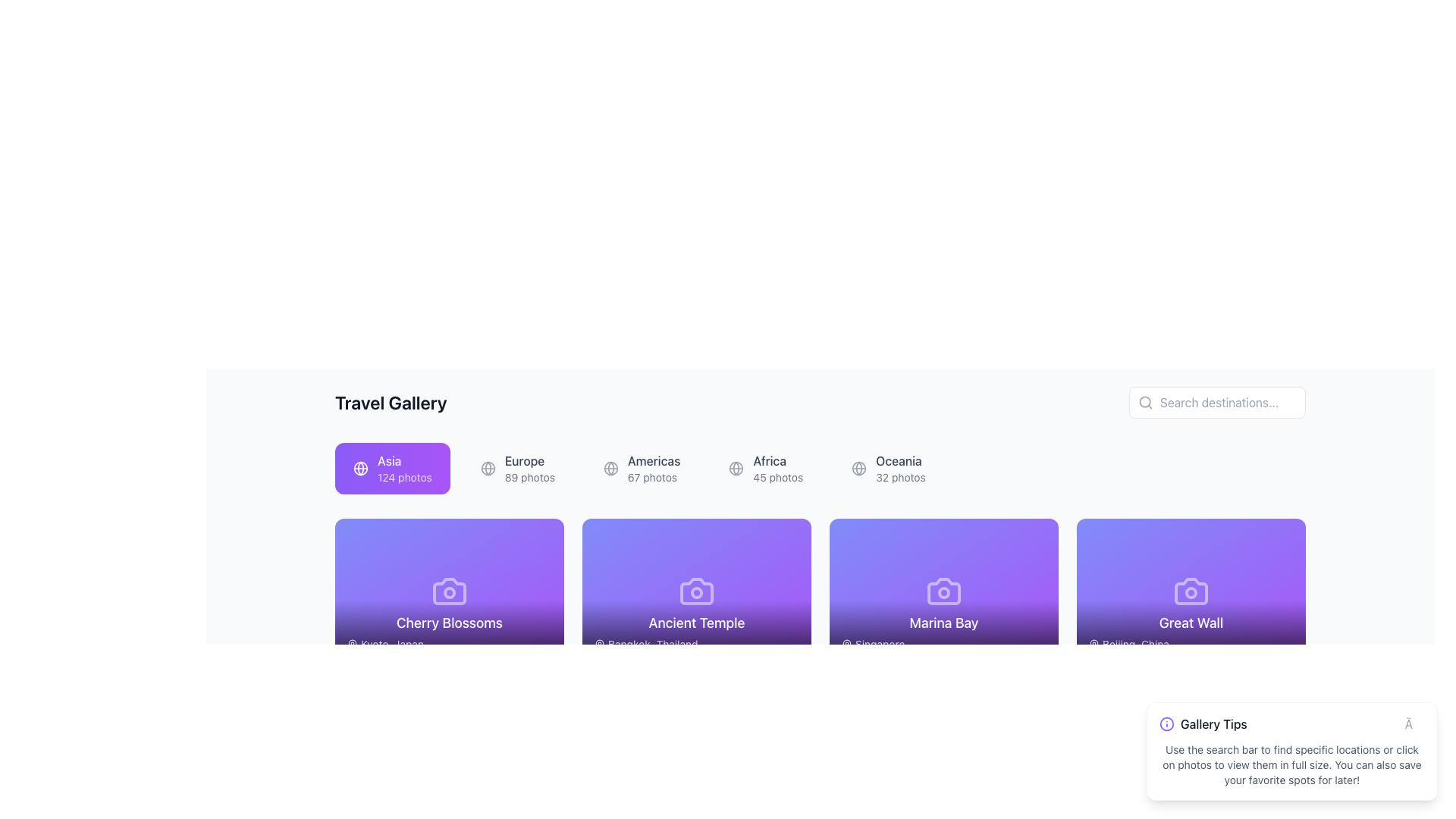  Describe the element at coordinates (846, 643) in the screenshot. I see `the map pin icon, which is a stroke-only design located above the 'Marina Bay' label in the grid of cards` at that location.